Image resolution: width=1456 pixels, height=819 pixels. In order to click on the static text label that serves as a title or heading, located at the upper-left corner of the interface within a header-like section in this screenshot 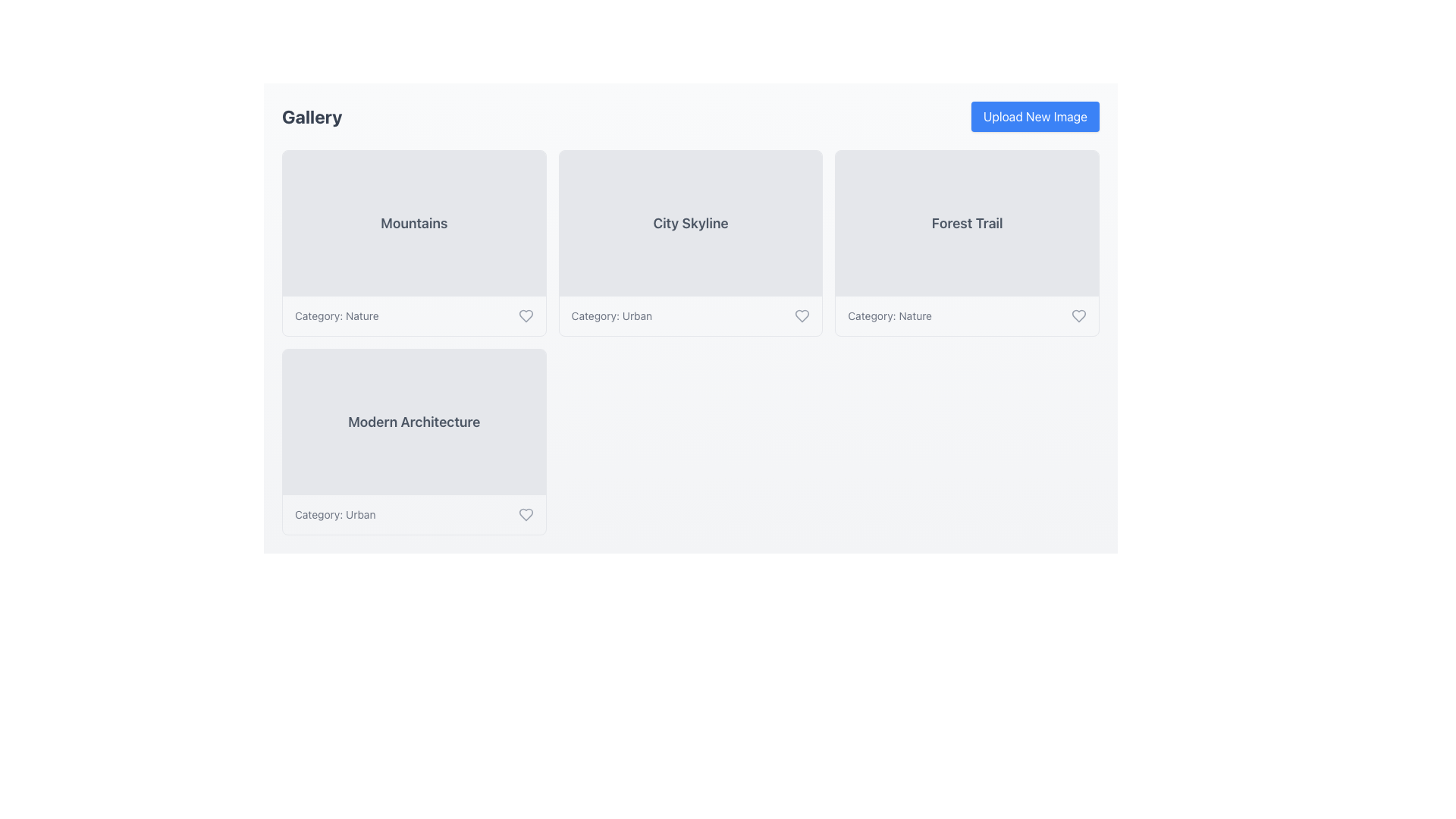, I will do `click(311, 116)`.